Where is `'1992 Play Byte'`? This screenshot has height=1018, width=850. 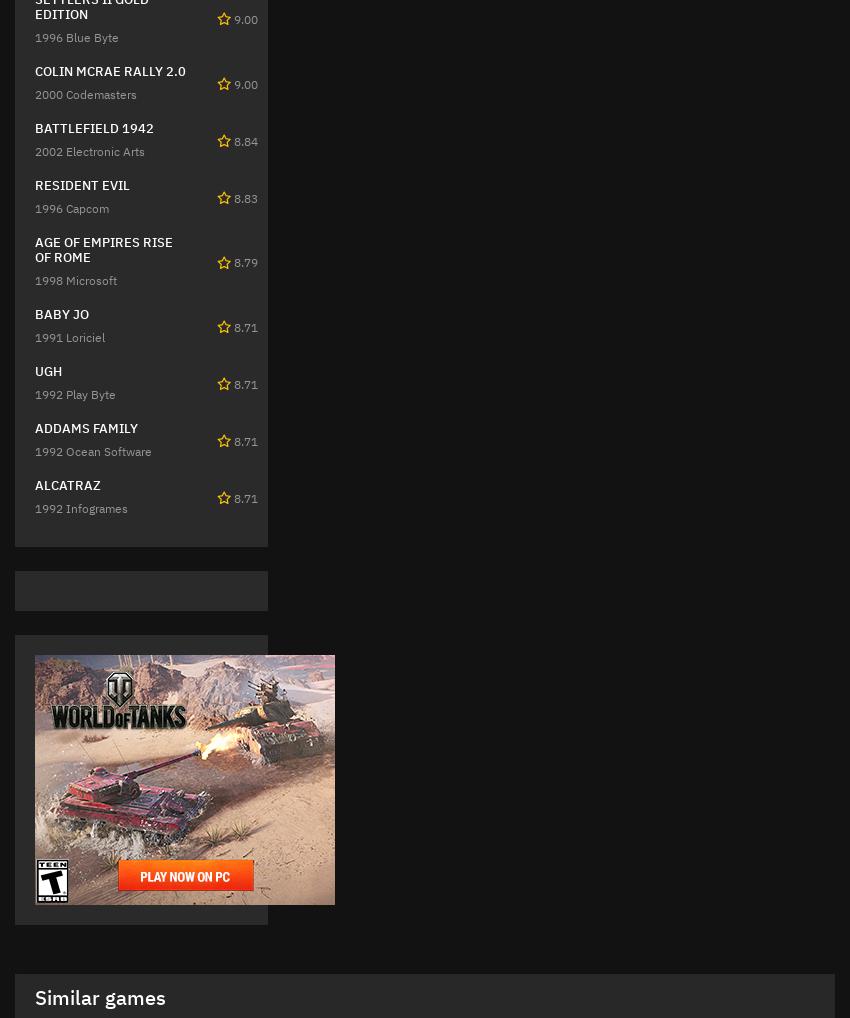
'1992 Play Byte' is located at coordinates (75, 394).